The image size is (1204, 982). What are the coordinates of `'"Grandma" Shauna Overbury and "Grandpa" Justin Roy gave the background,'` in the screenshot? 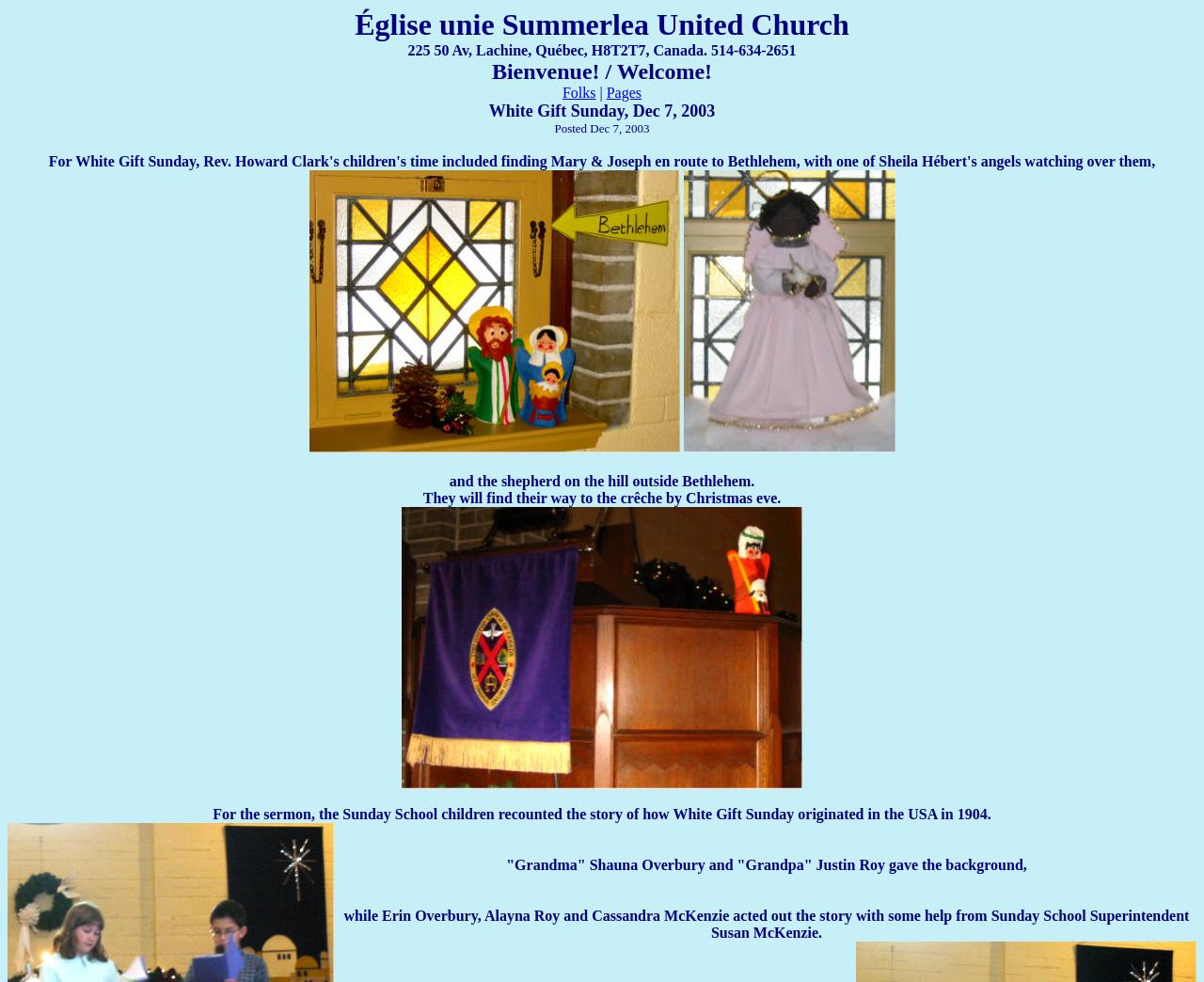 It's located at (766, 863).